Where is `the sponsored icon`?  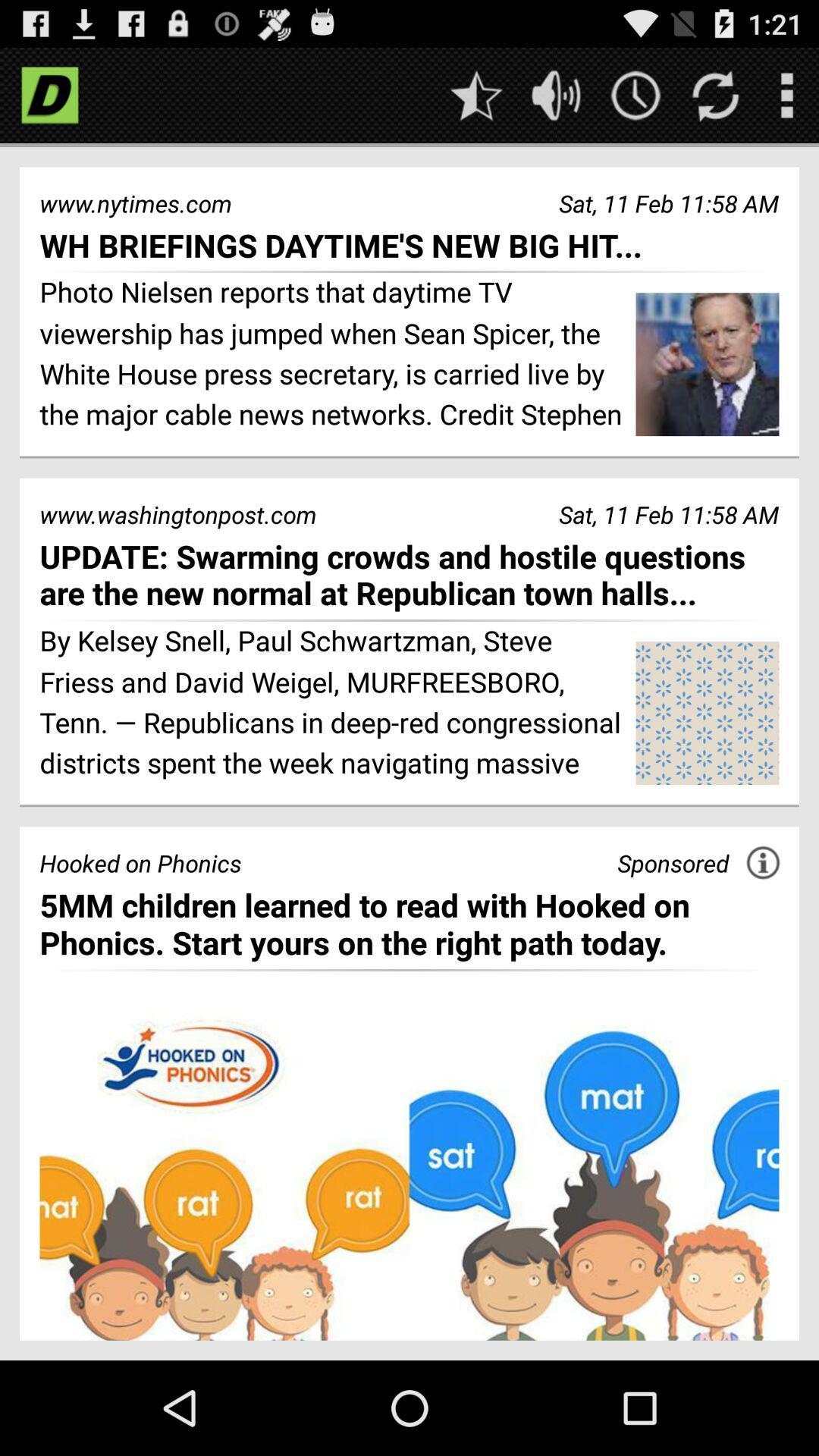 the sponsored icon is located at coordinates (672, 863).